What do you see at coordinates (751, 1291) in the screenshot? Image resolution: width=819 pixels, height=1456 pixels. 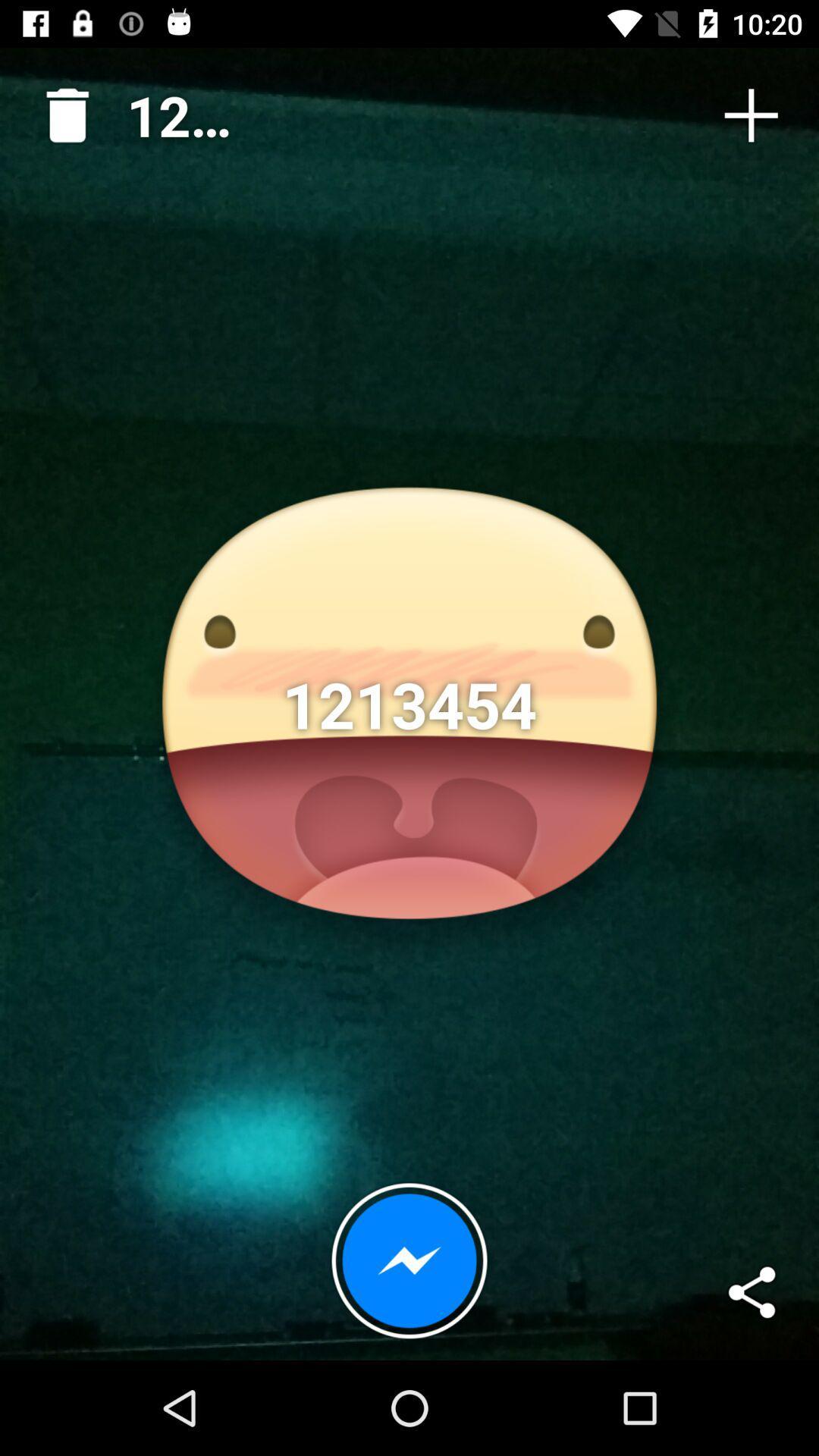 I see `the share icon` at bounding box center [751, 1291].